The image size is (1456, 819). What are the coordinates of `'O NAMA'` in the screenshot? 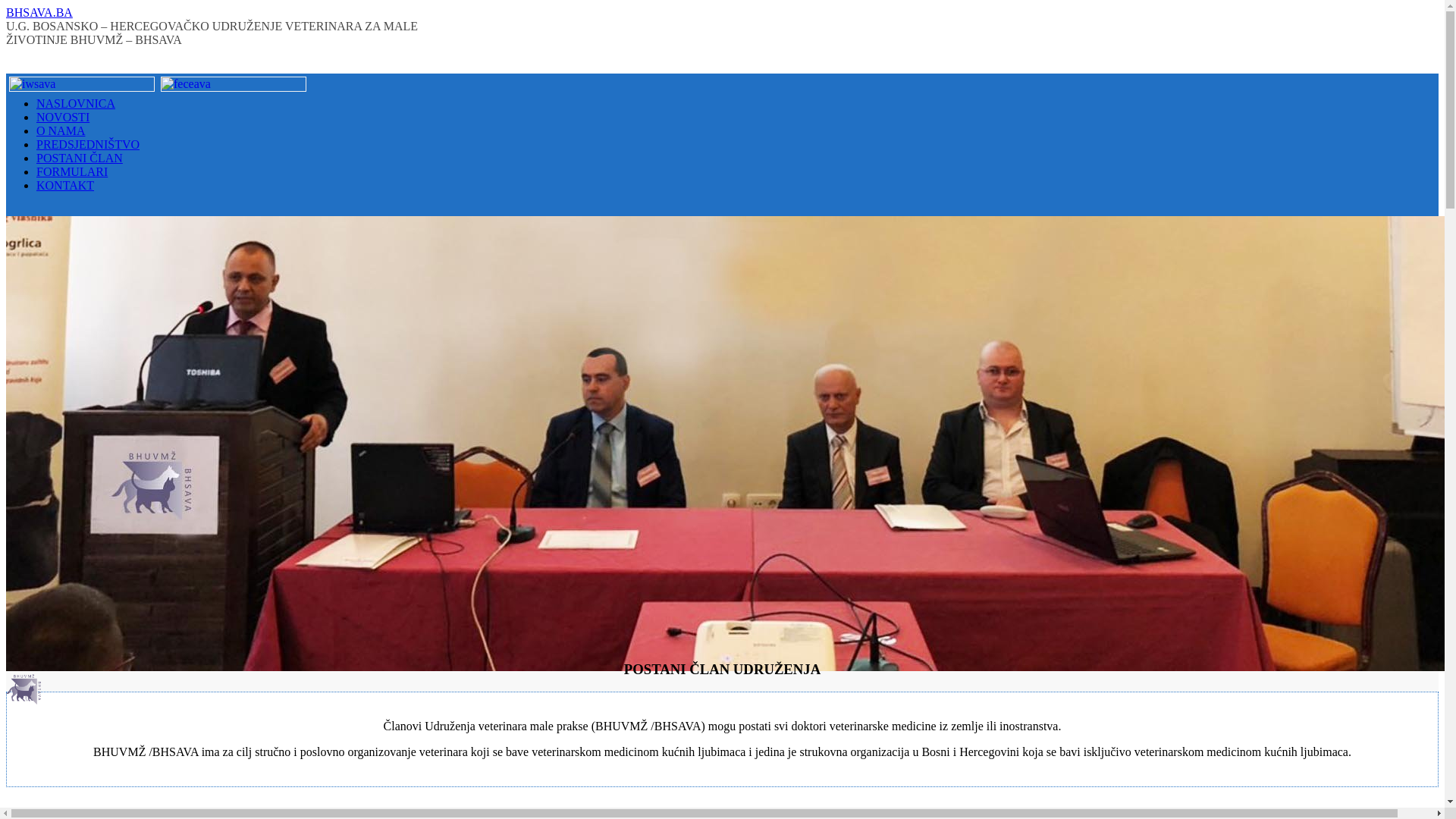 It's located at (61, 130).